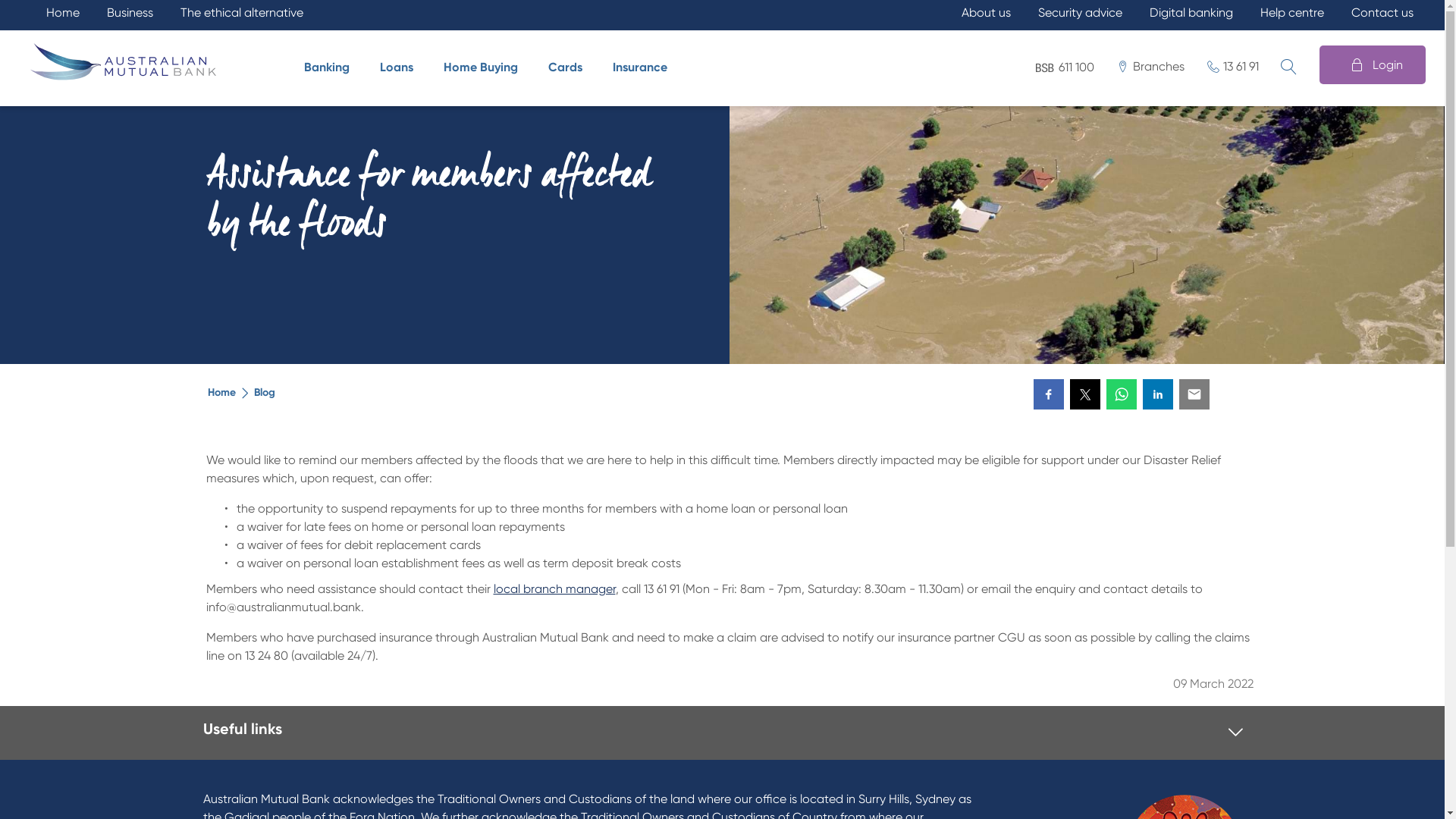 This screenshot has height=819, width=1456. I want to click on 'Home Buying', so click(483, 66).